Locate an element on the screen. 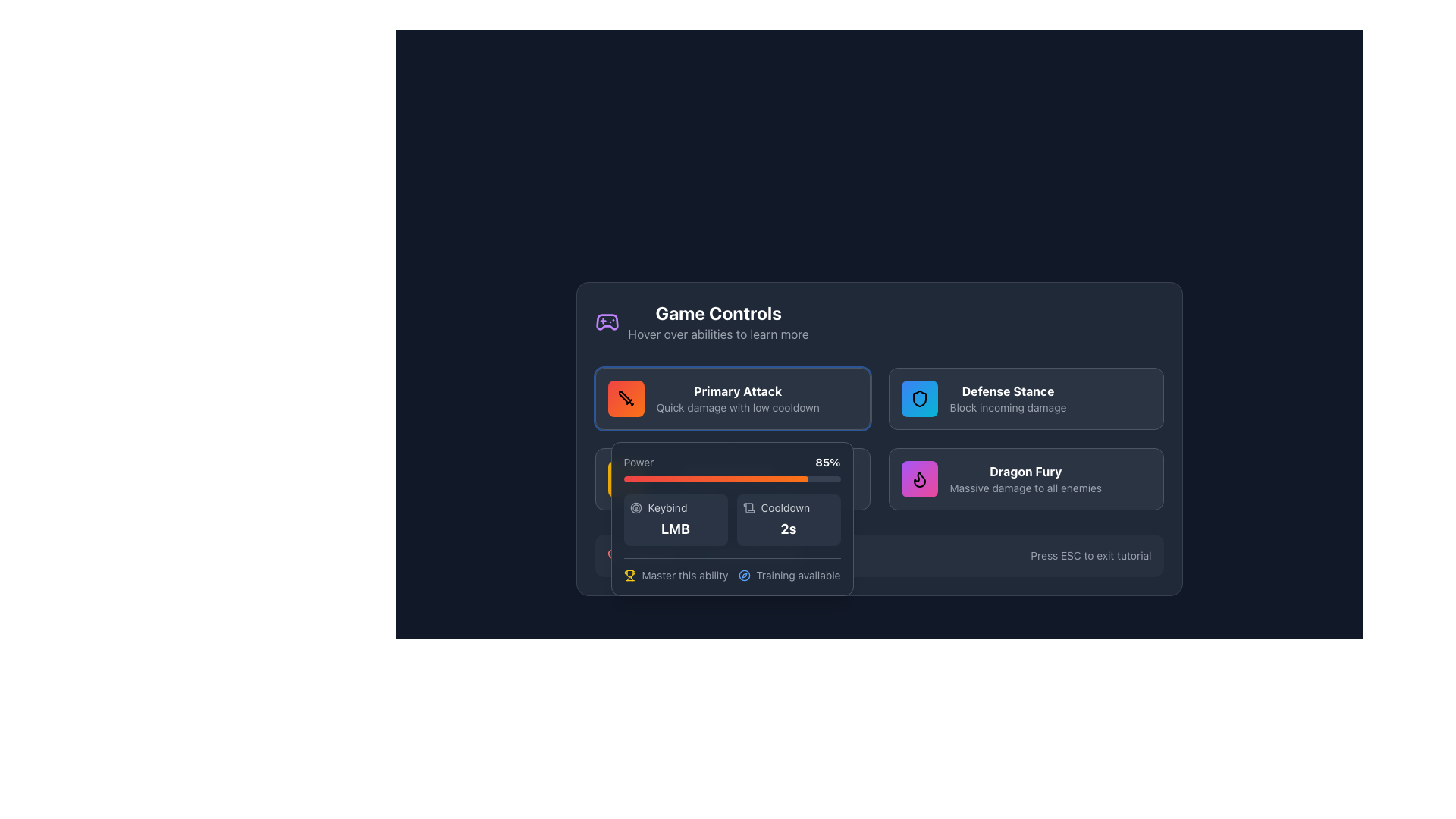 The width and height of the screenshot is (1456, 819). the state of the heart-shaped icon indicating importance or likability, which is located in the Power section beneath the Primary Attack area is located at coordinates (614, 555).